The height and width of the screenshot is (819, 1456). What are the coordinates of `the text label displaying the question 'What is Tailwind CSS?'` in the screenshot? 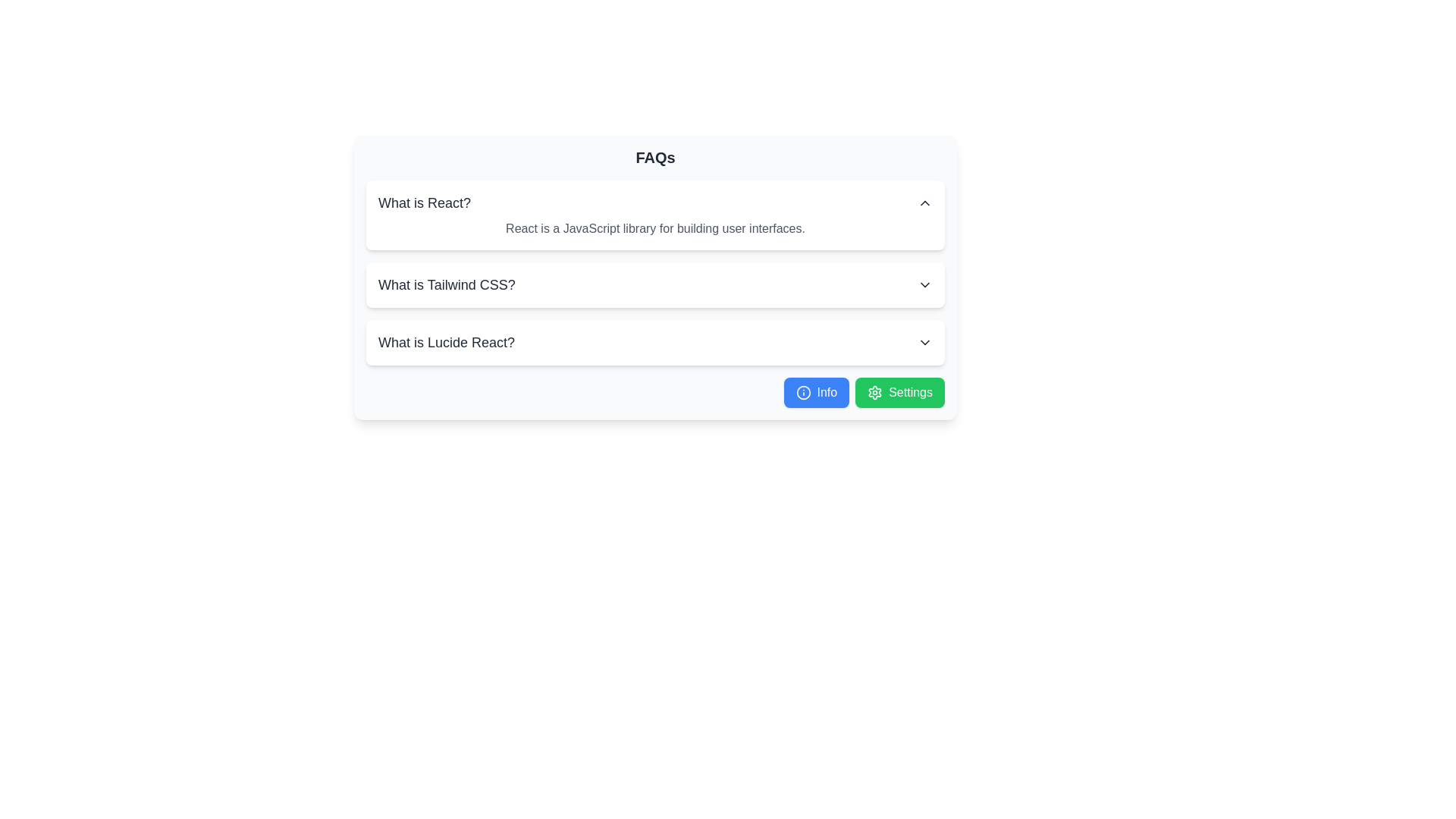 It's located at (446, 284).